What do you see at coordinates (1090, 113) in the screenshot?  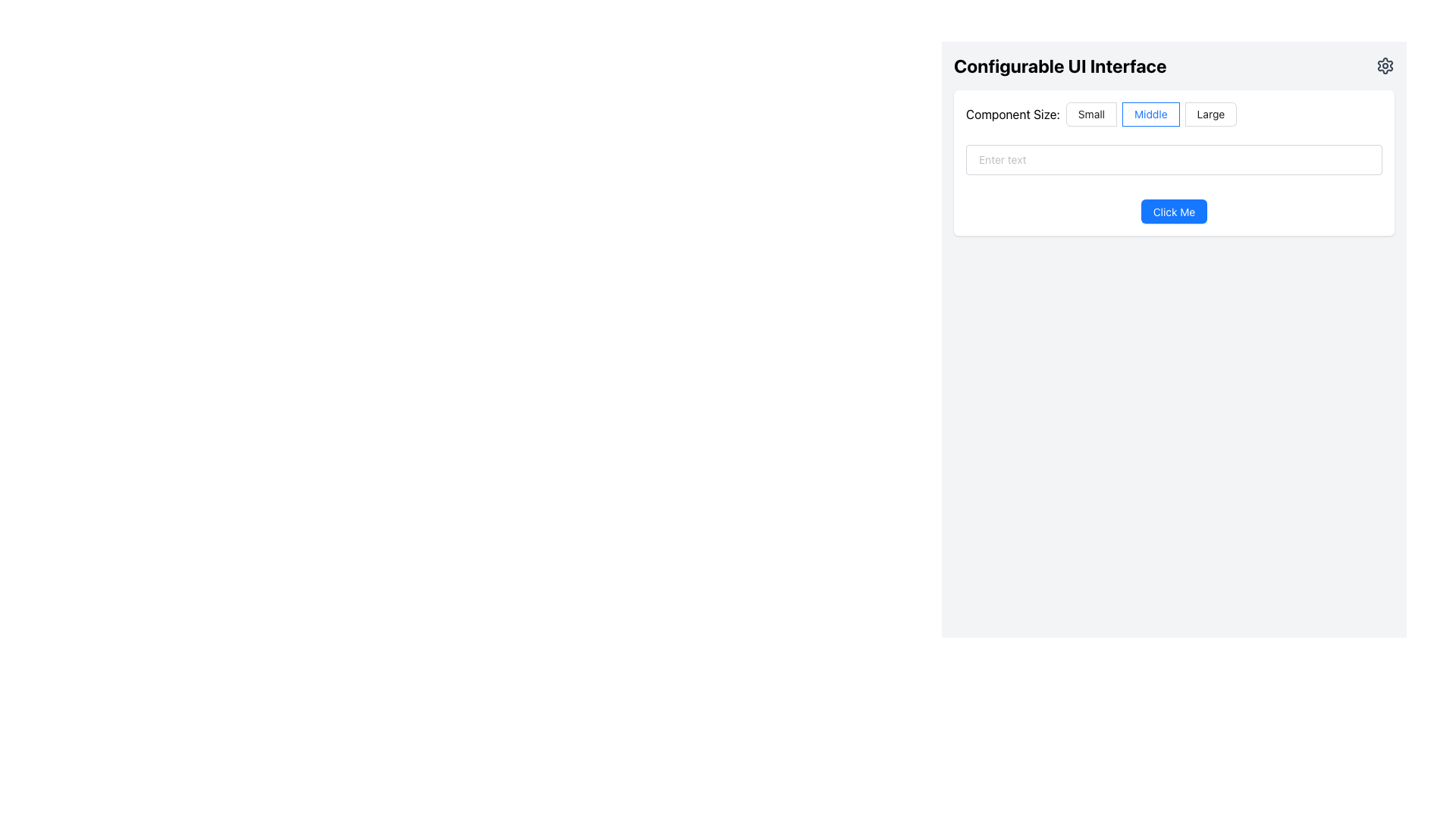 I see `the 'Small' radio button located under the 'Component Size' label by clicking it` at bounding box center [1090, 113].